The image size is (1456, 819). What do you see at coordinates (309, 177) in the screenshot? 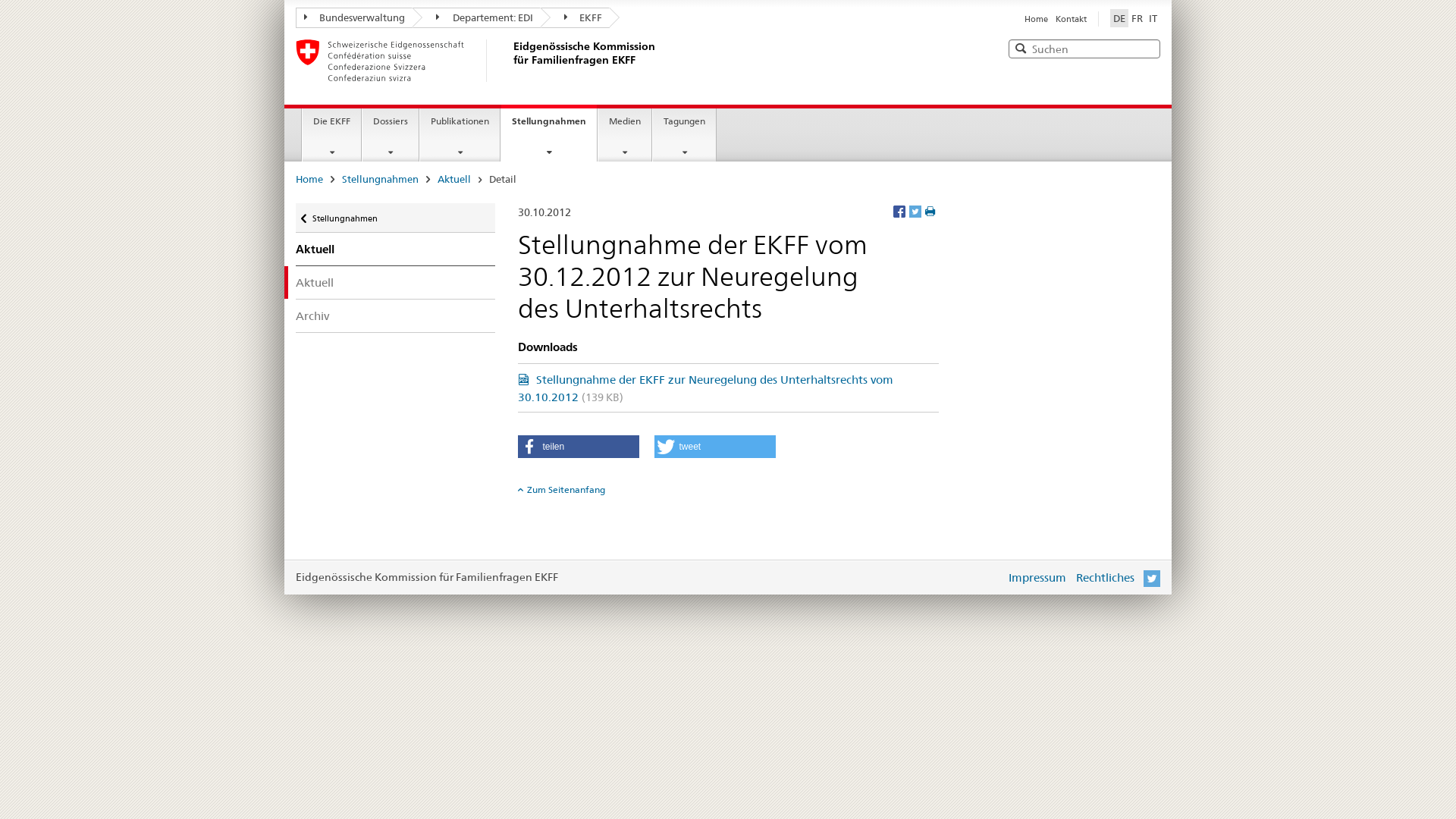
I see `'Home'` at bounding box center [309, 177].